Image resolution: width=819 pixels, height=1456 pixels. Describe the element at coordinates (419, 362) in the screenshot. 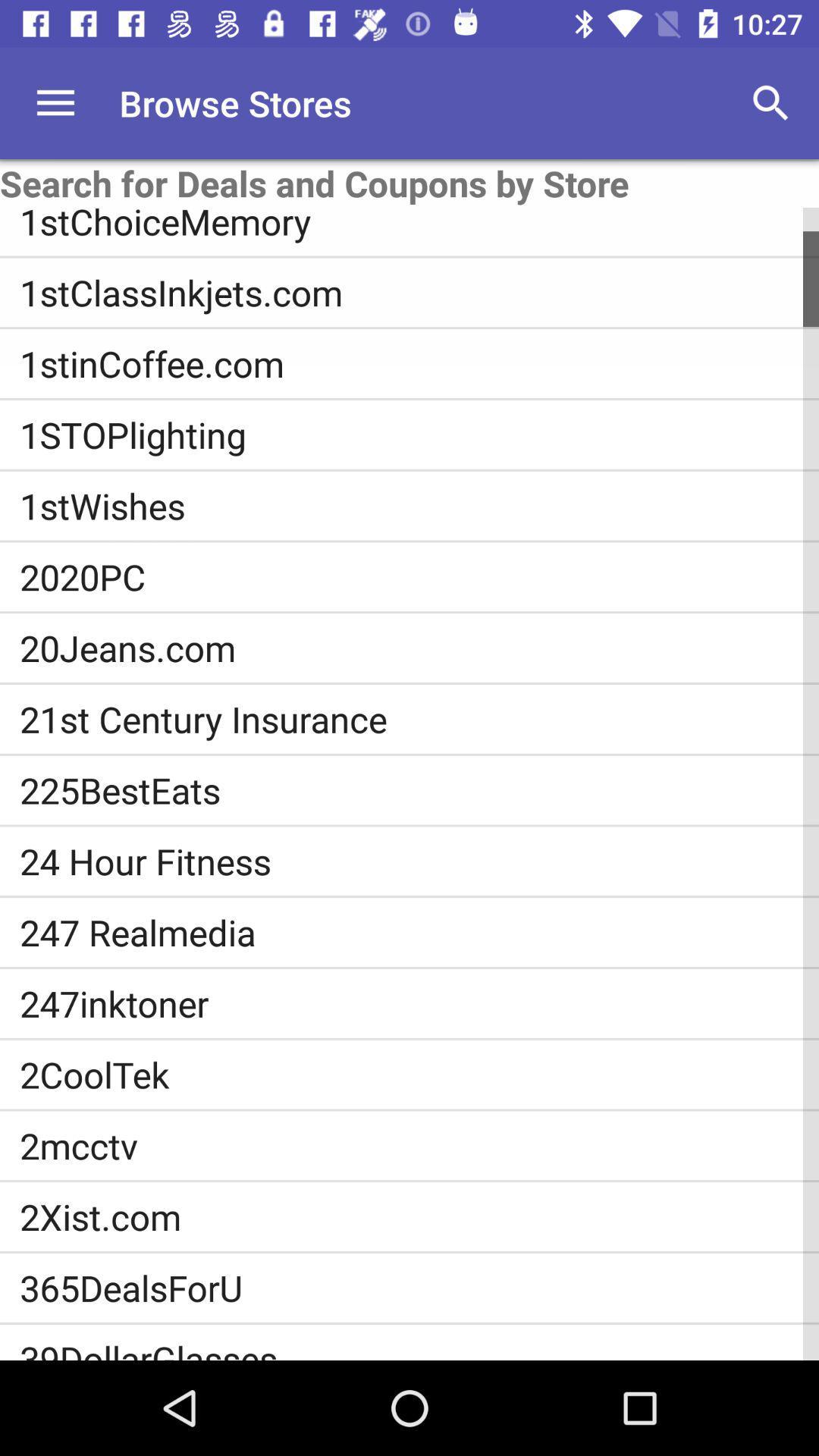

I see `icon below 1stclassinkjets.com item` at that location.